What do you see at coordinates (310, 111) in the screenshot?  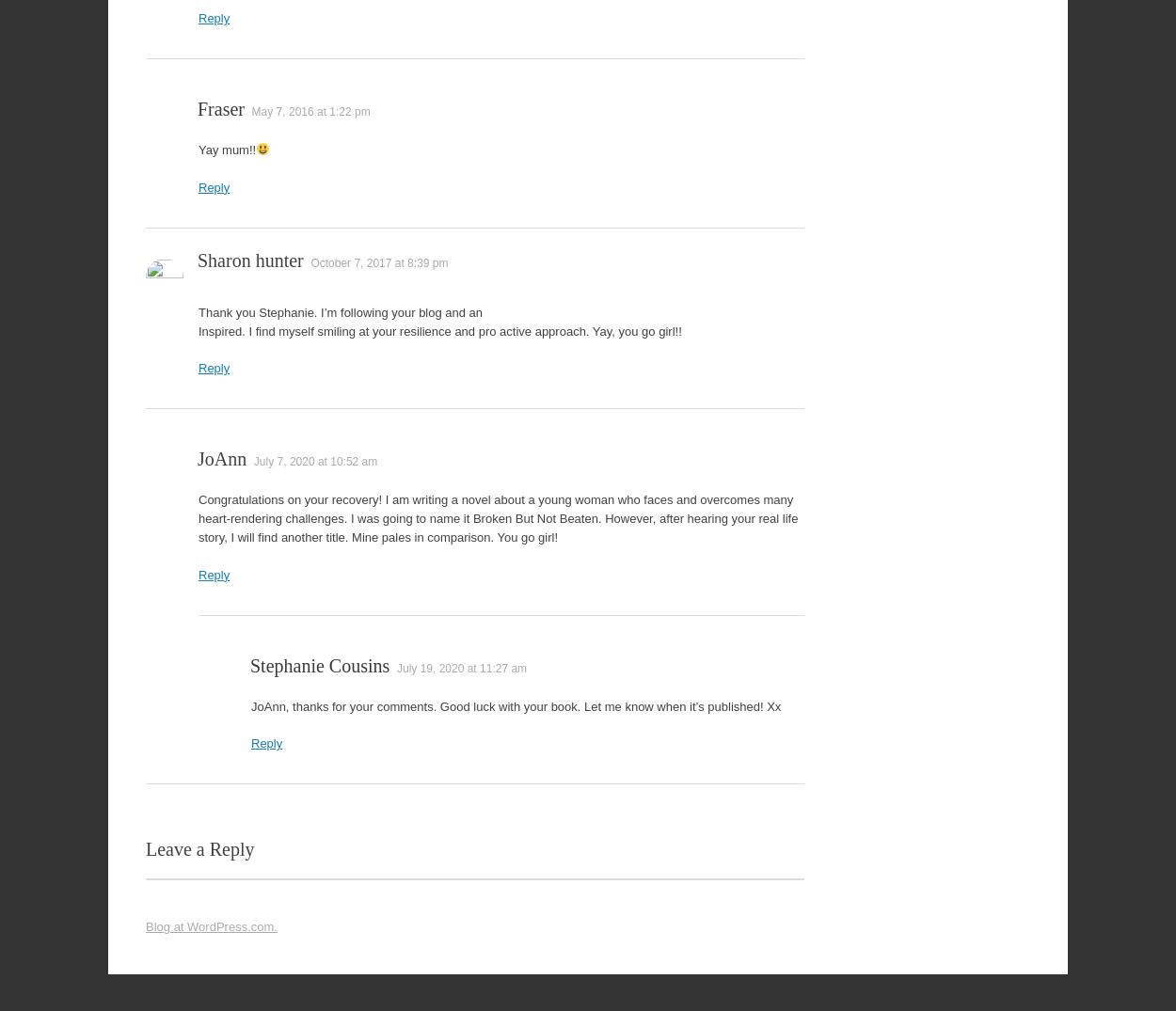 I see `'May 7, 2016 at 1:22 pm'` at bounding box center [310, 111].